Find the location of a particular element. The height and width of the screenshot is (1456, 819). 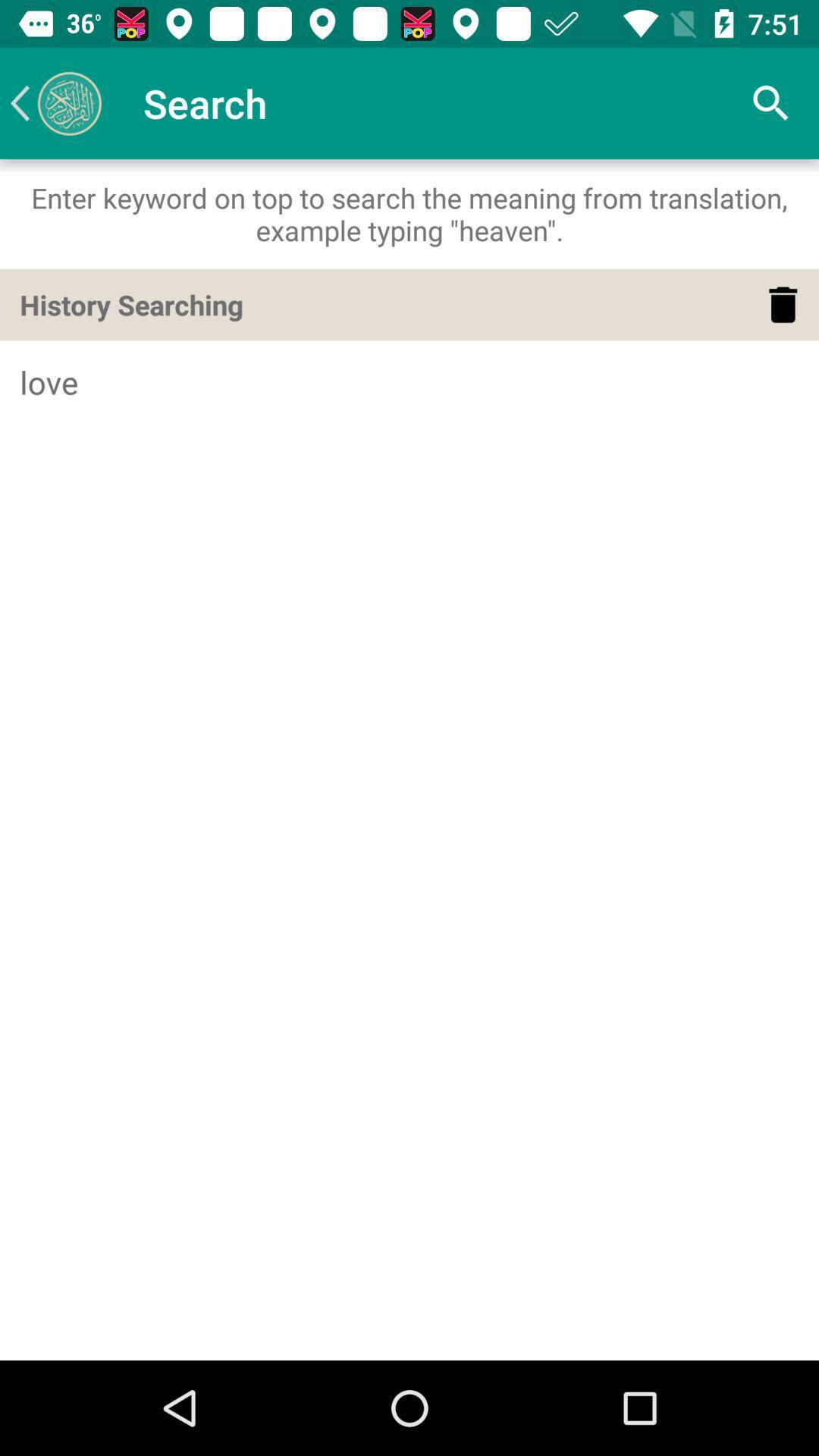

the icon below the enter keyword on is located at coordinates (783, 304).